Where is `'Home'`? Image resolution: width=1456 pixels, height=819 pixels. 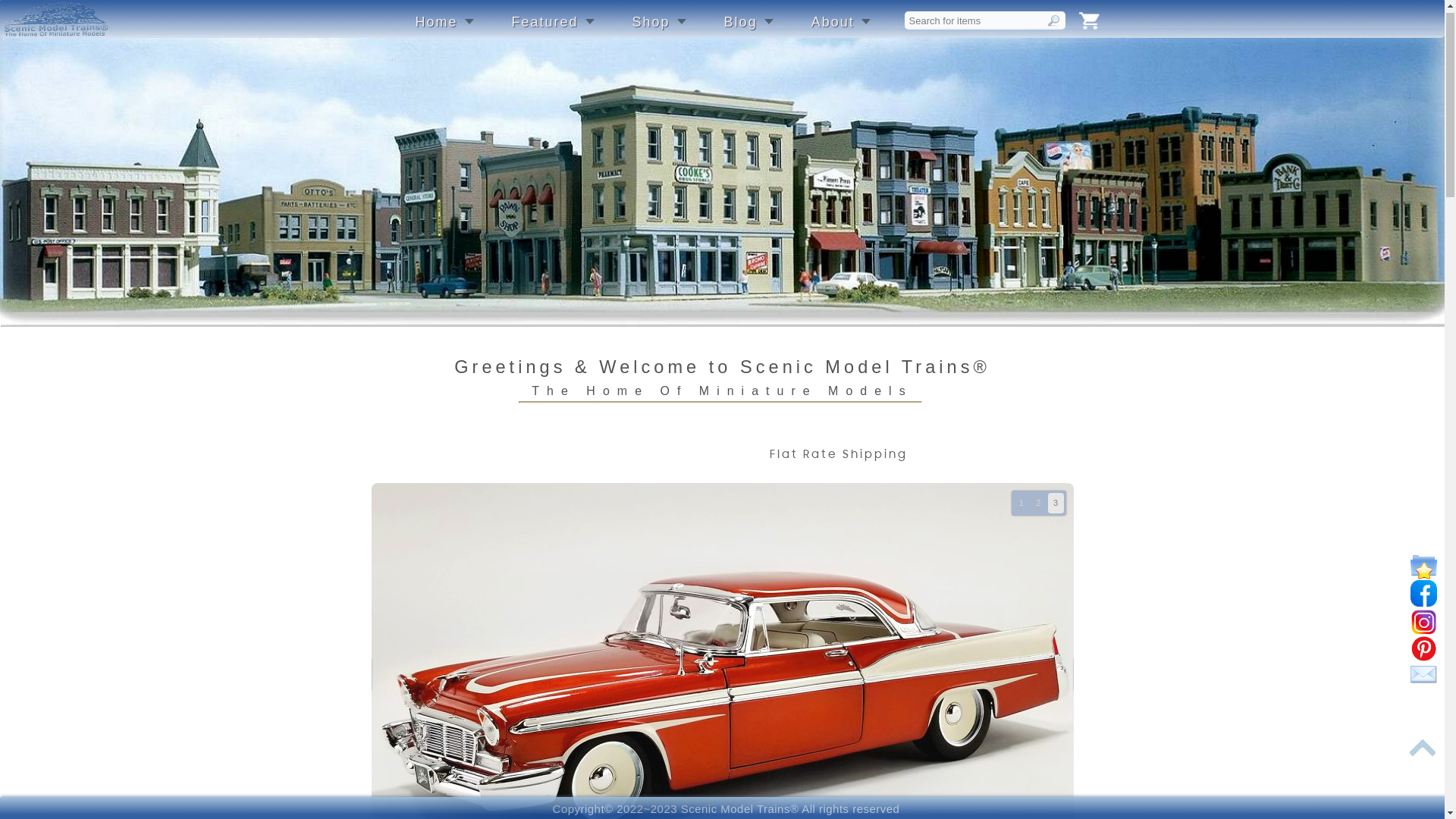 'Home' is located at coordinates (444, 30).